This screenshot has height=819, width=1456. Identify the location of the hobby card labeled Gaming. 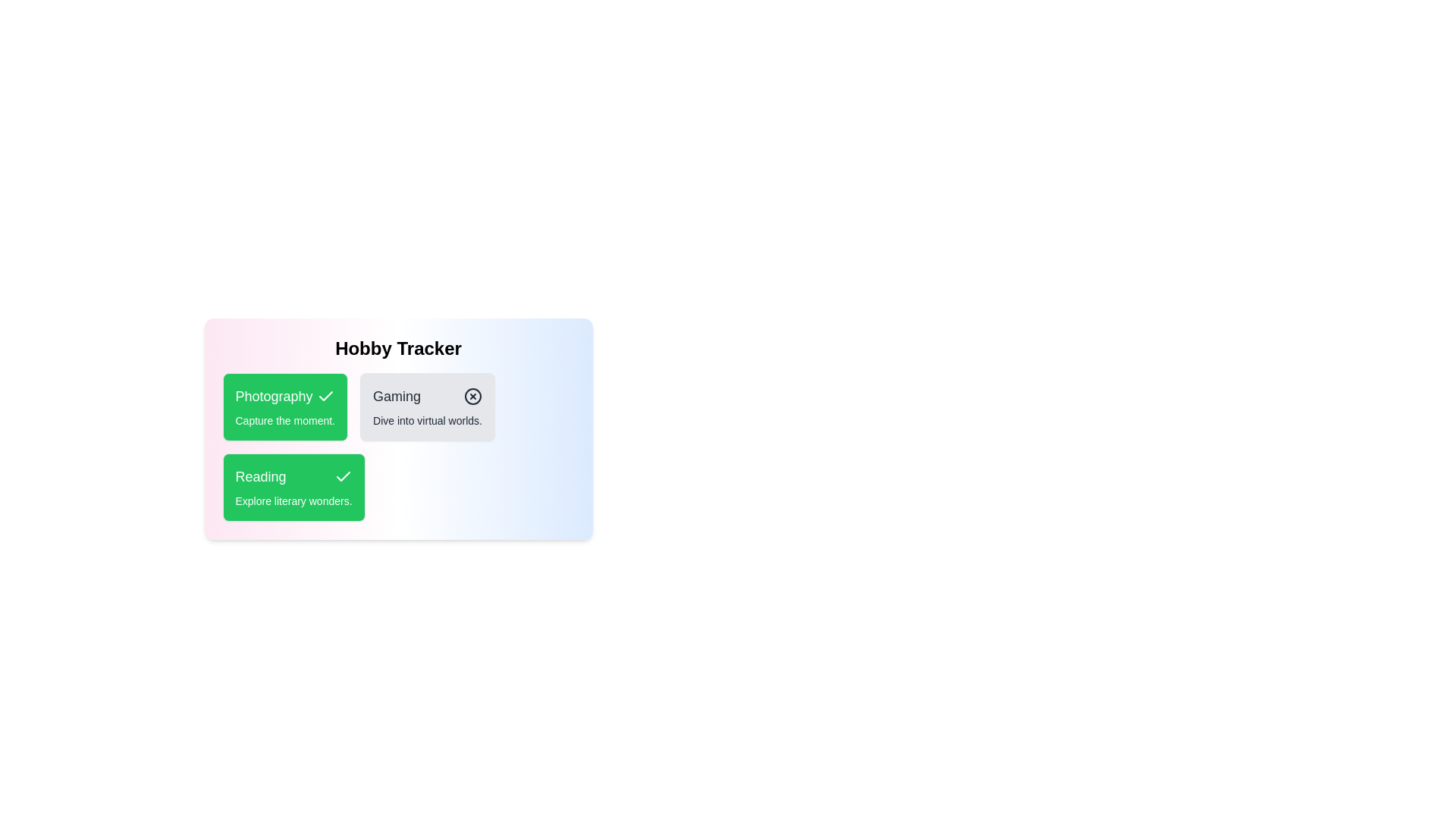
(425, 406).